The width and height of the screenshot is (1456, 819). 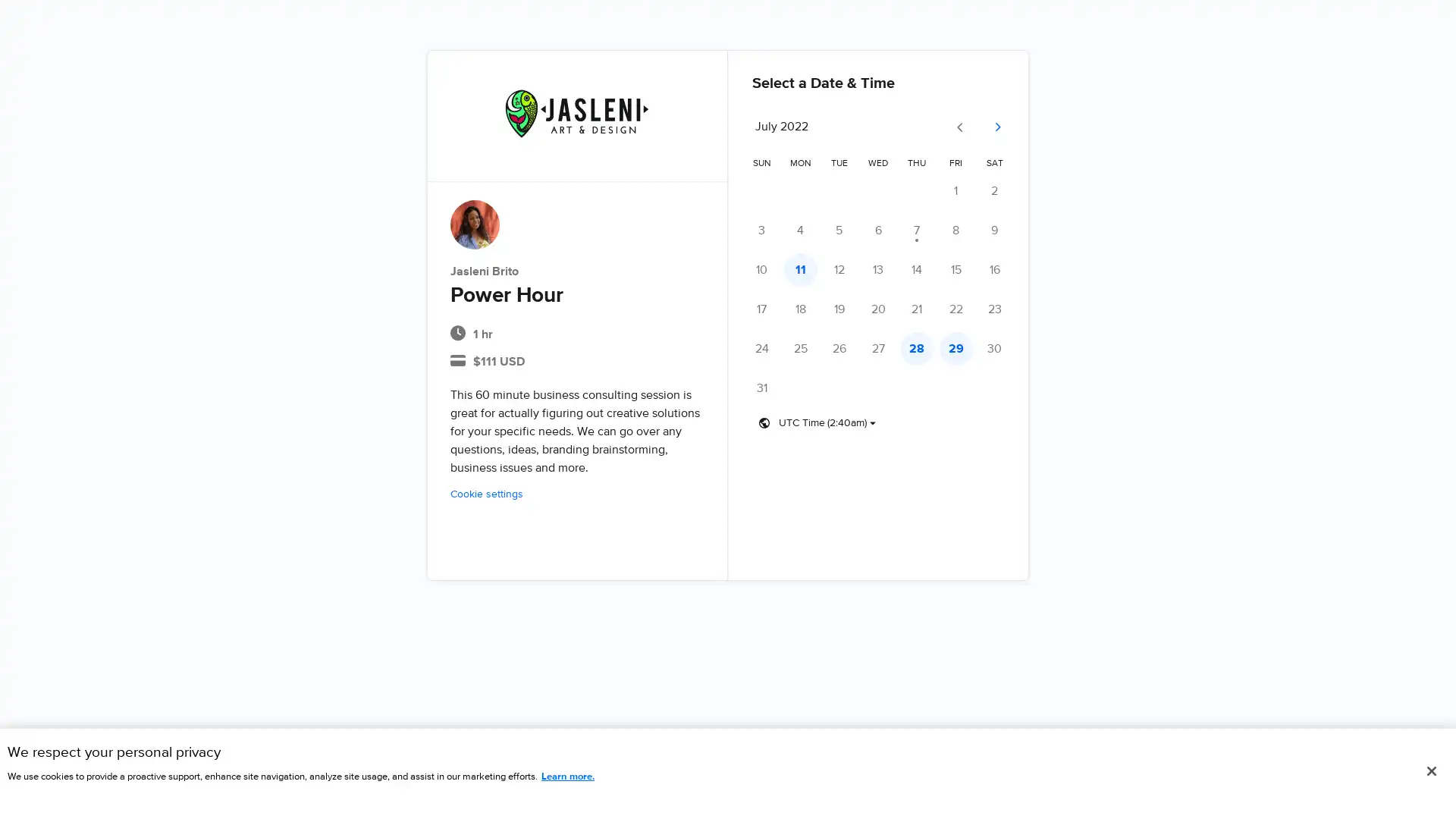 I want to click on Friday, July 22 - No times available, so click(x=956, y=309).